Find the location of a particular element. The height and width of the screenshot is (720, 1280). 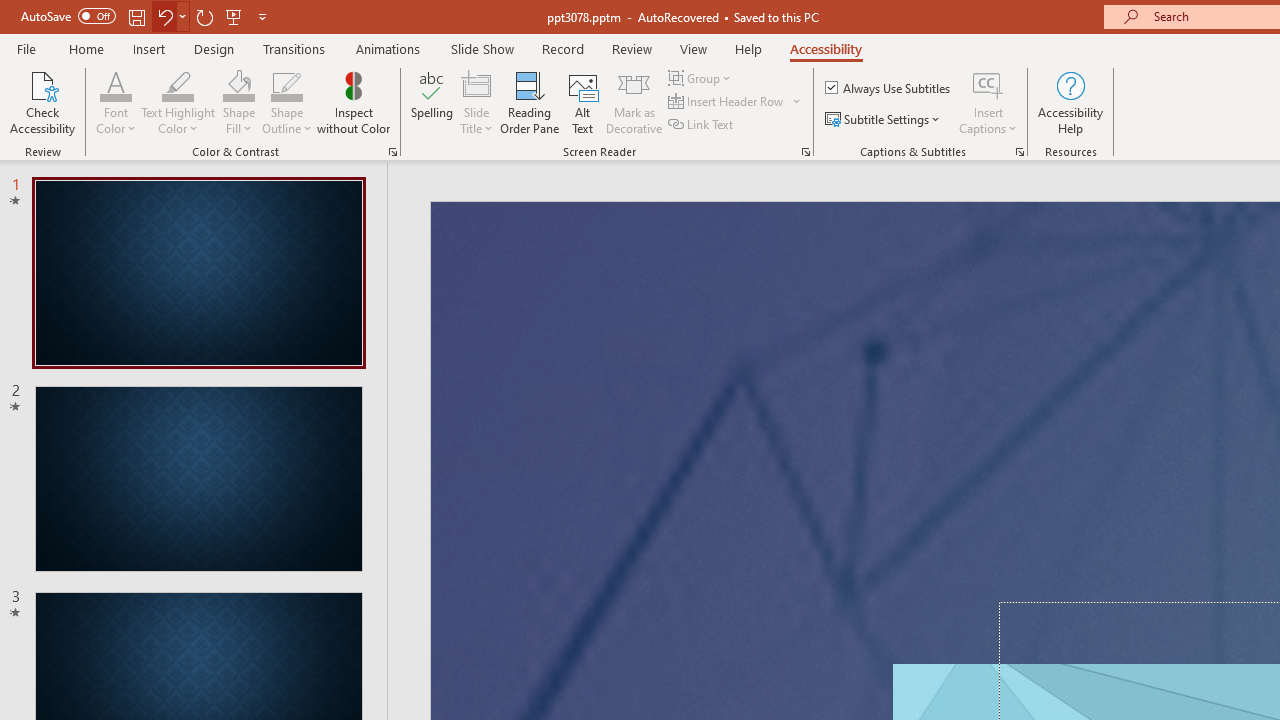

'Insert Header Row' is located at coordinates (735, 101).